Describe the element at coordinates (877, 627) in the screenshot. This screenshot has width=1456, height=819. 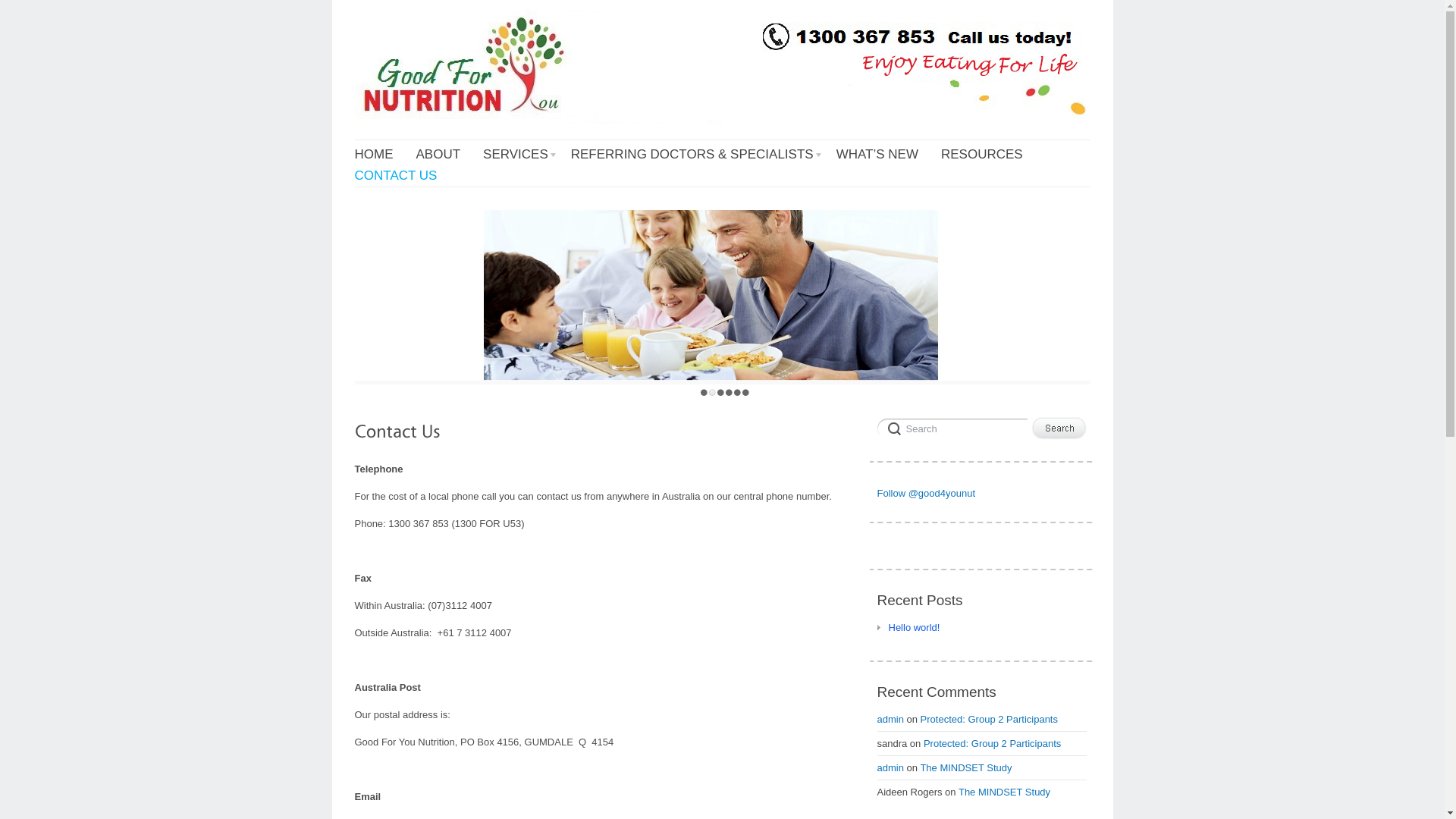
I see `'Hello world!'` at that location.